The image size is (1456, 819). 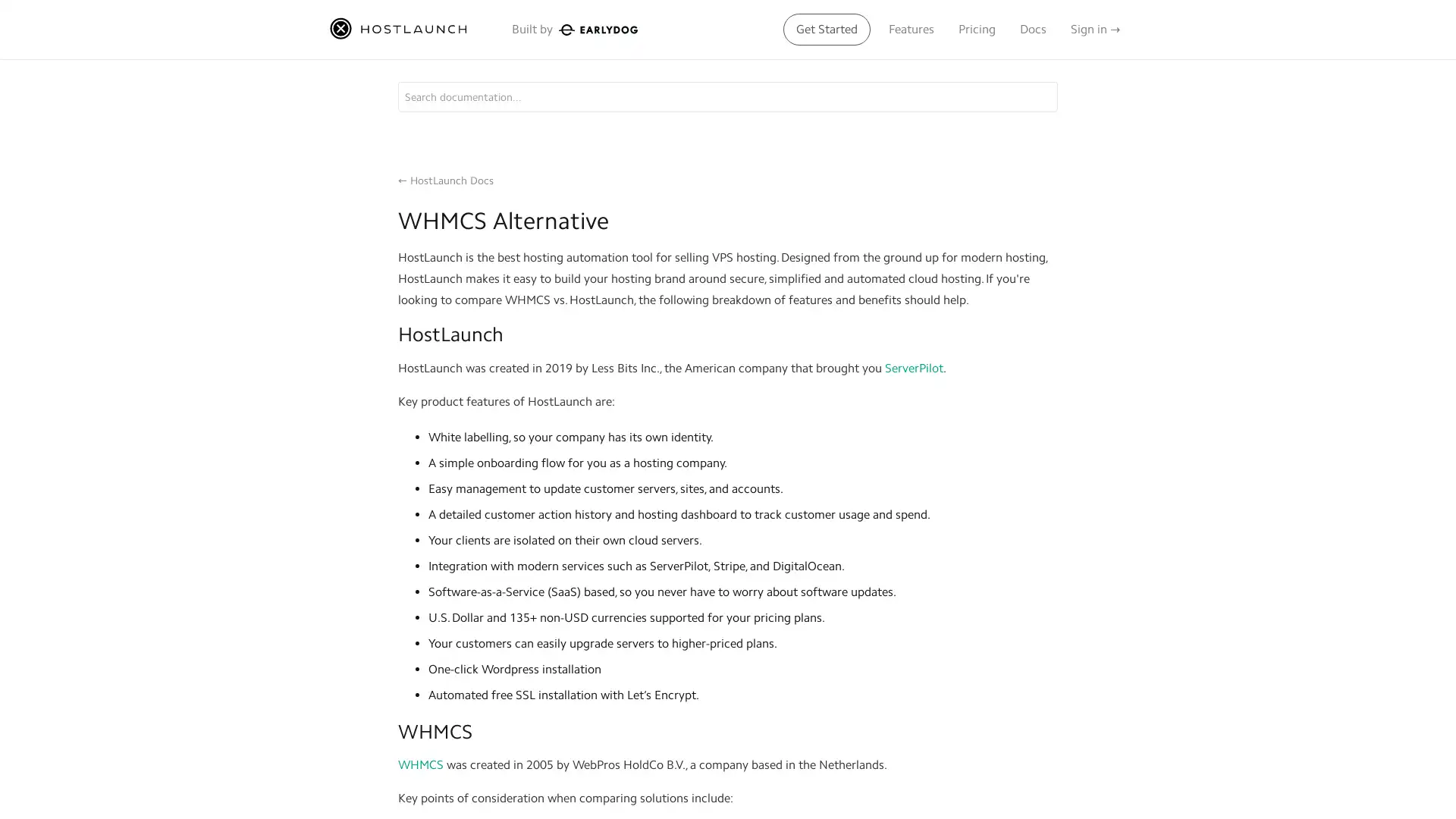 What do you see at coordinates (910, 29) in the screenshot?
I see `Features` at bounding box center [910, 29].